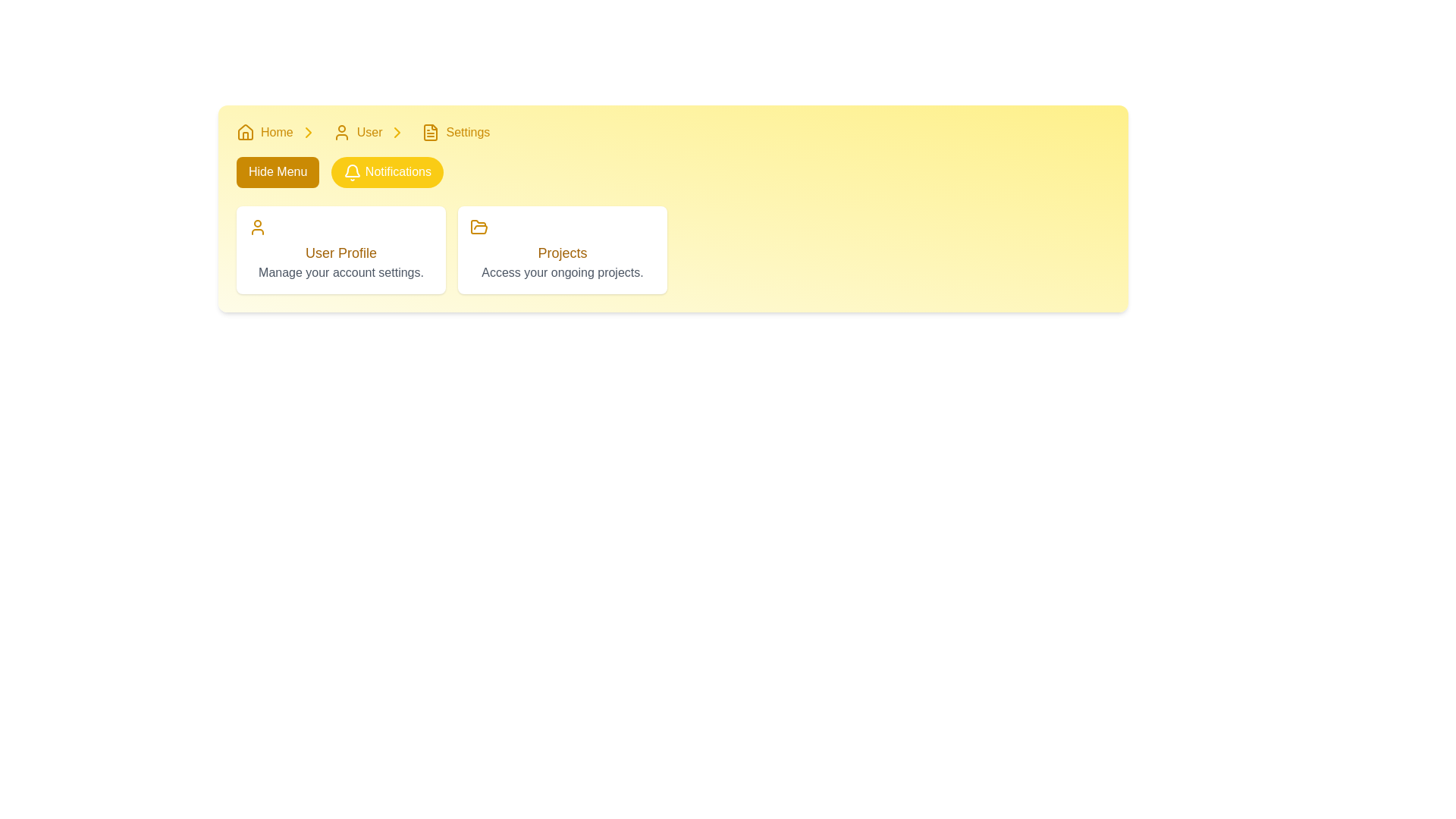  I want to click on the yellow user icon located to the left of the 'User' text in the navigation breadcrumb at the top-center of the interface, so click(340, 131).